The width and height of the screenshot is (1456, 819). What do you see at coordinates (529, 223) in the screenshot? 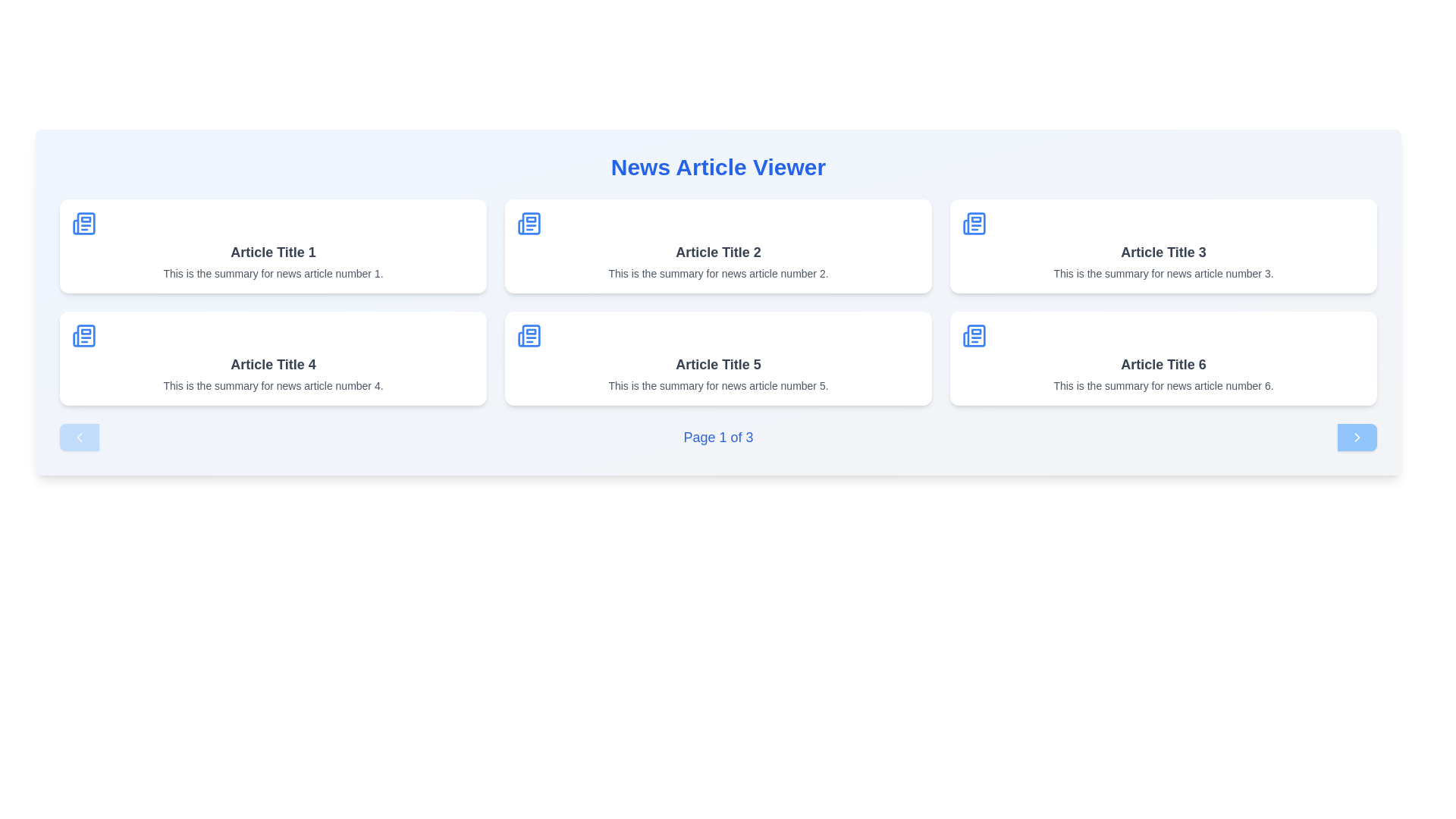
I see `the blue newspaper icon with rounded corners located in the card titled 'Article Title 2', positioned at the top-left corner above the article title text` at bounding box center [529, 223].